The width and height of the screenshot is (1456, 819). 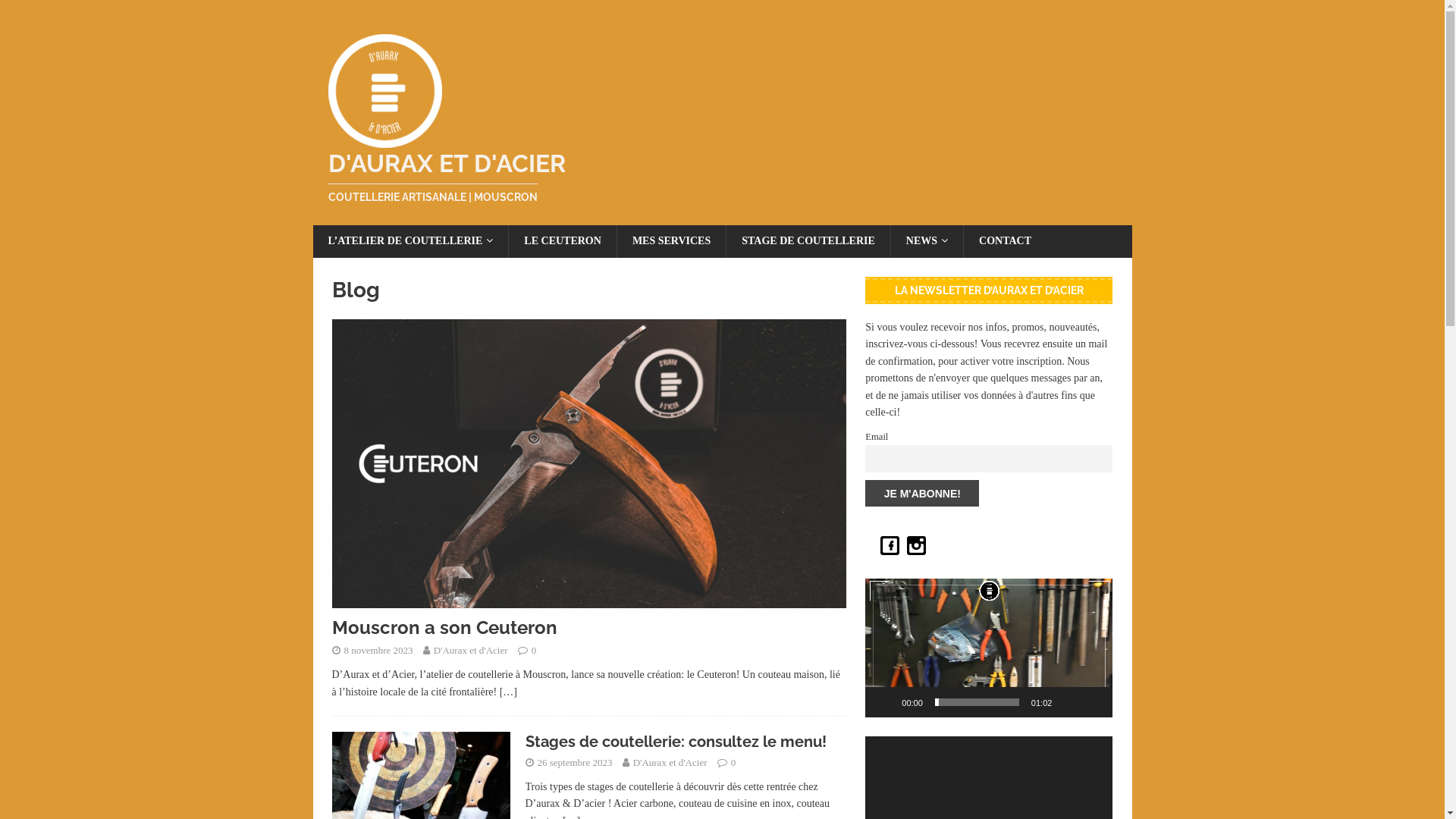 What do you see at coordinates (561, 240) in the screenshot?
I see `'LE CEUTERON'` at bounding box center [561, 240].